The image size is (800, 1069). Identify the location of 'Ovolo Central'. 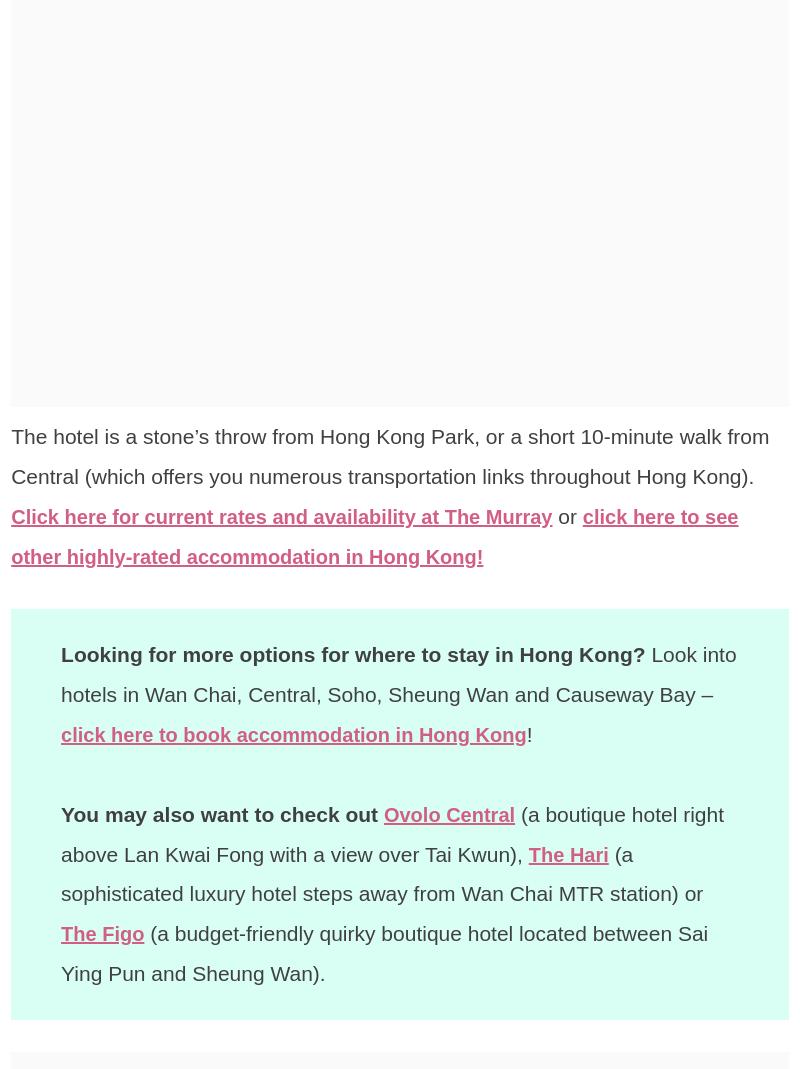
(450, 813).